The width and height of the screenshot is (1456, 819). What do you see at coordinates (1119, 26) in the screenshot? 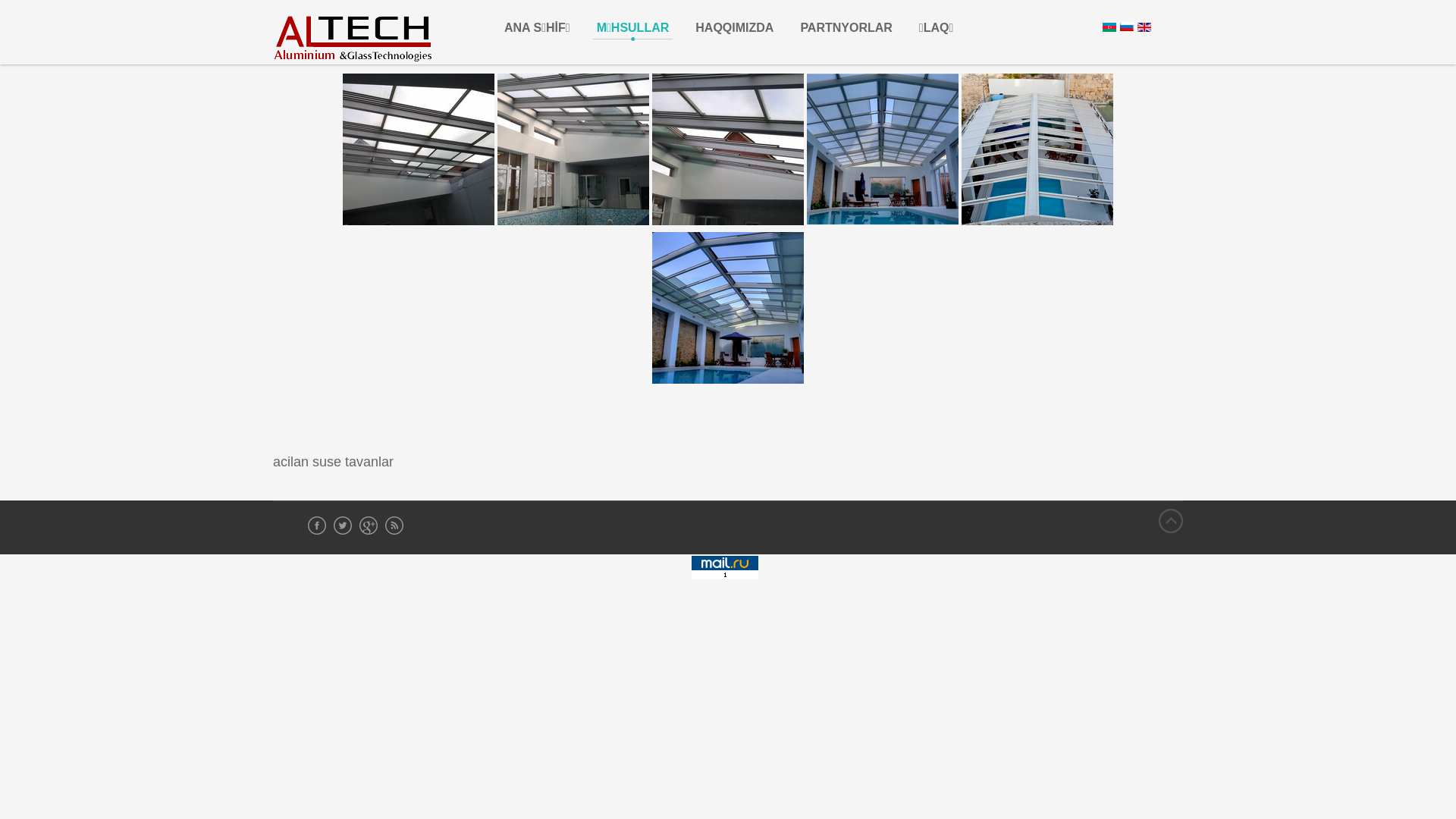
I see `'Russian'` at bounding box center [1119, 26].